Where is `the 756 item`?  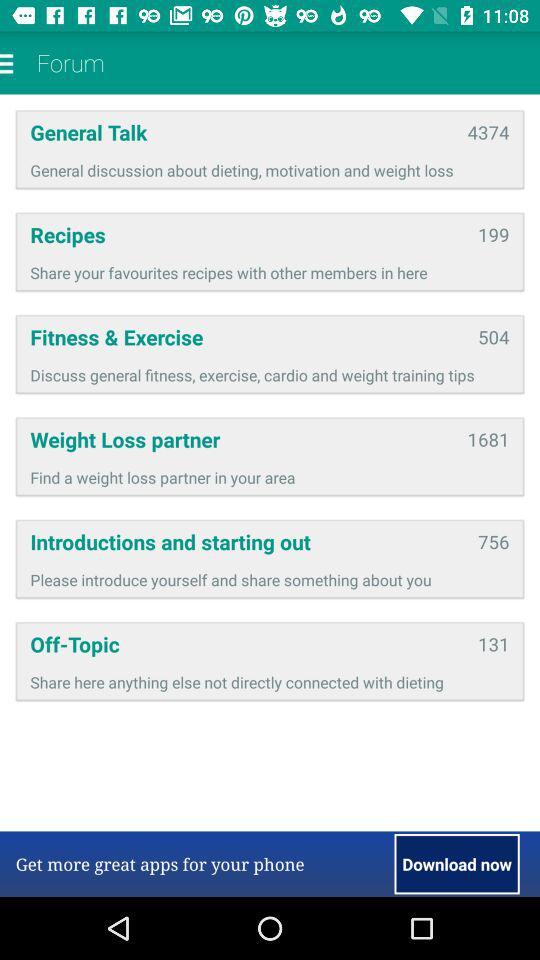
the 756 item is located at coordinates (492, 541).